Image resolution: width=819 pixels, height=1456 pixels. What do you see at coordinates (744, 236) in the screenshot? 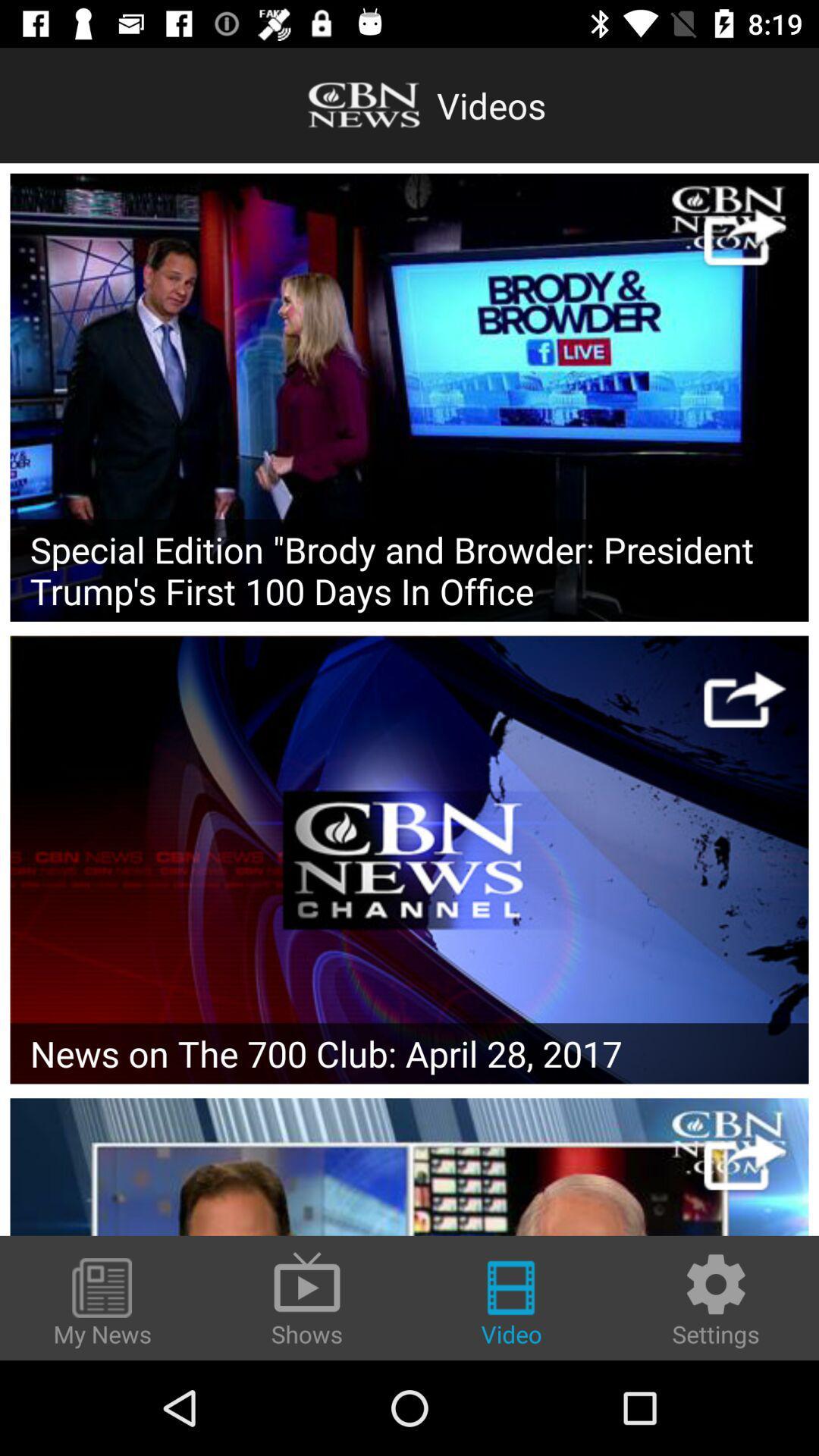
I see `watch video` at bounding box center [744, 236].